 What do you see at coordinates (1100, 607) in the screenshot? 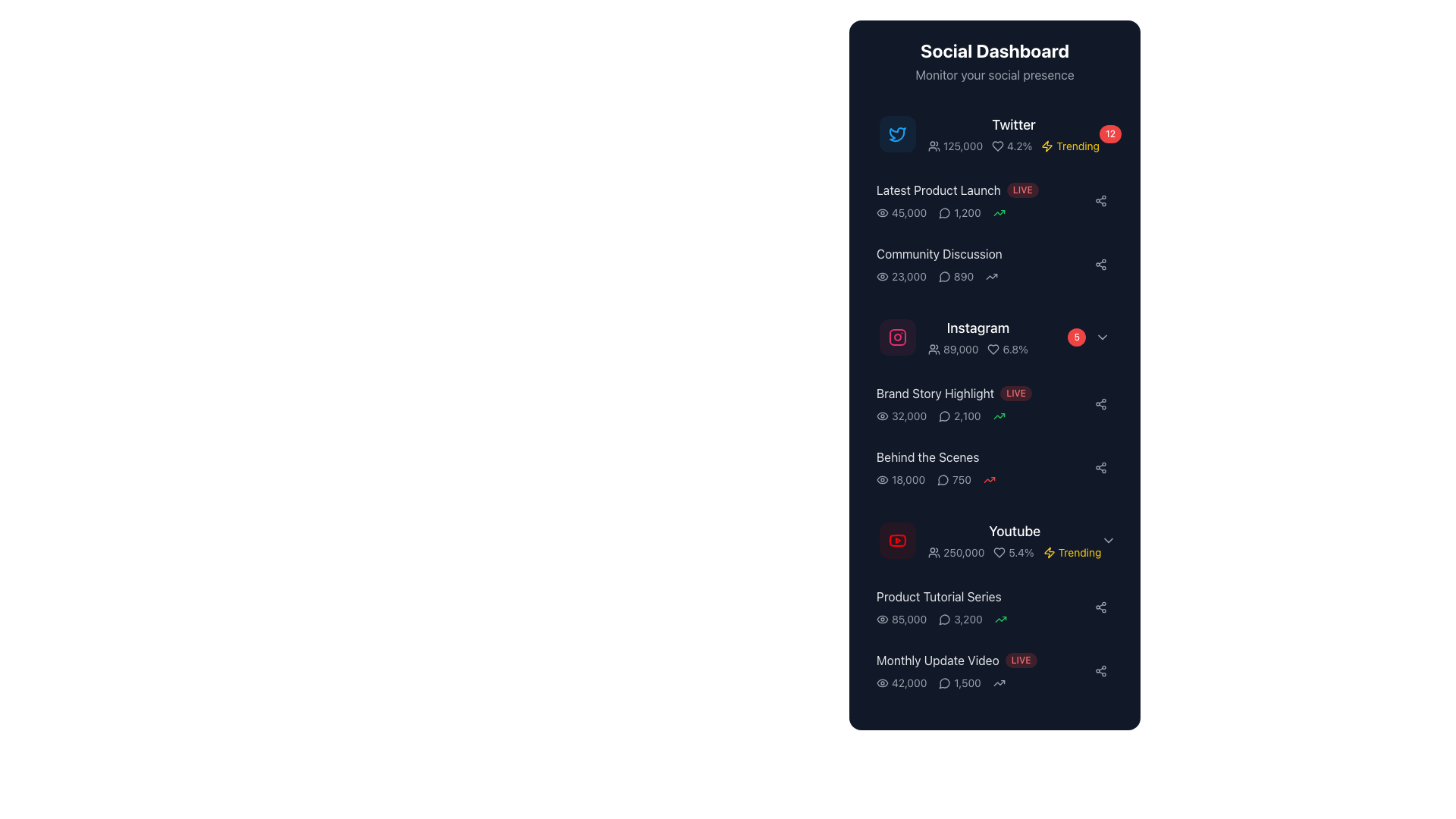
I see `the sharing icon located in the rightmost column of the 'Community Discussion' section` at bounding box center [1100, 607].